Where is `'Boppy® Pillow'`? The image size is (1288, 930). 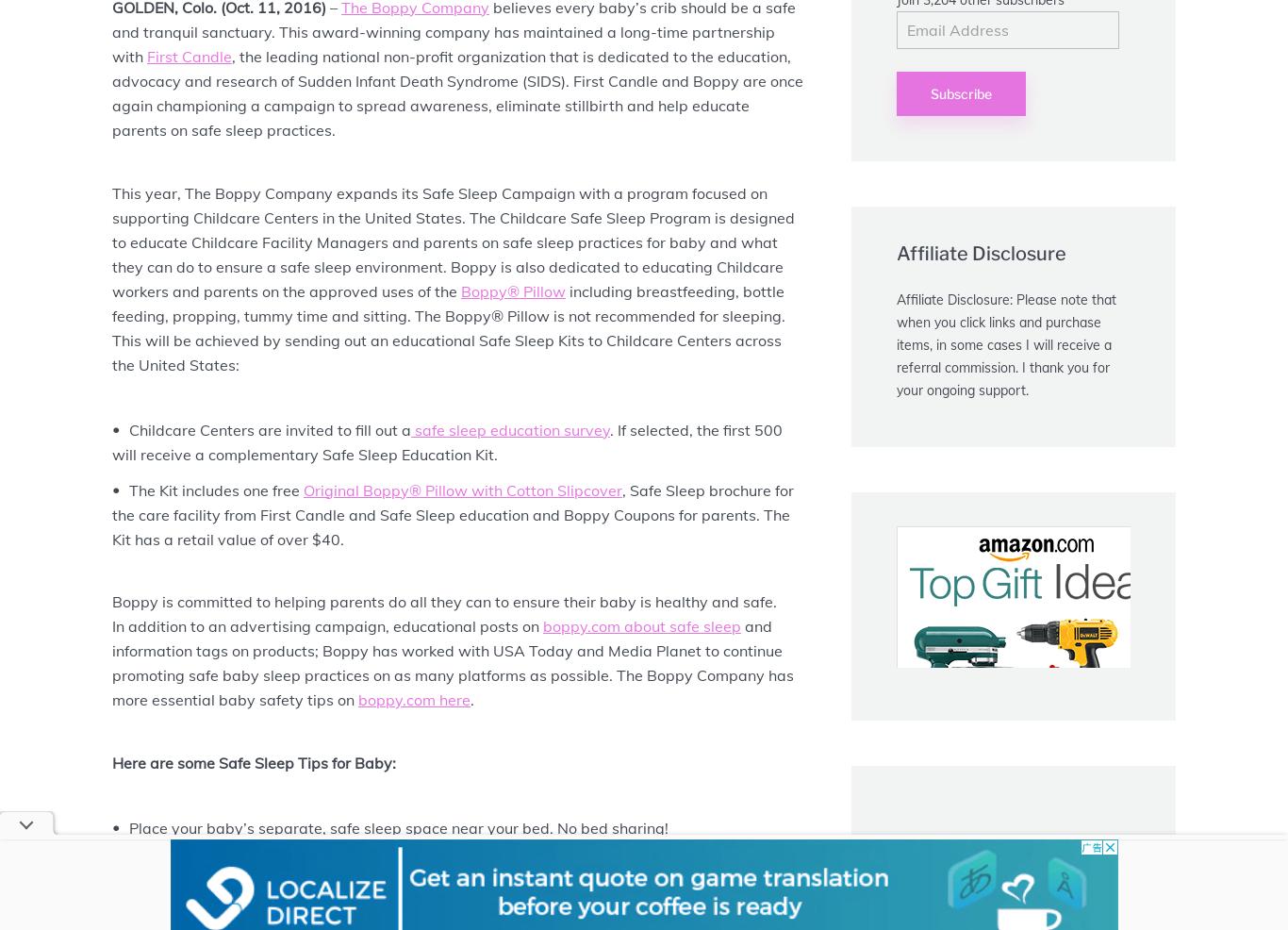
'Boppy® Pillow' is located at coordinates (461, 291).